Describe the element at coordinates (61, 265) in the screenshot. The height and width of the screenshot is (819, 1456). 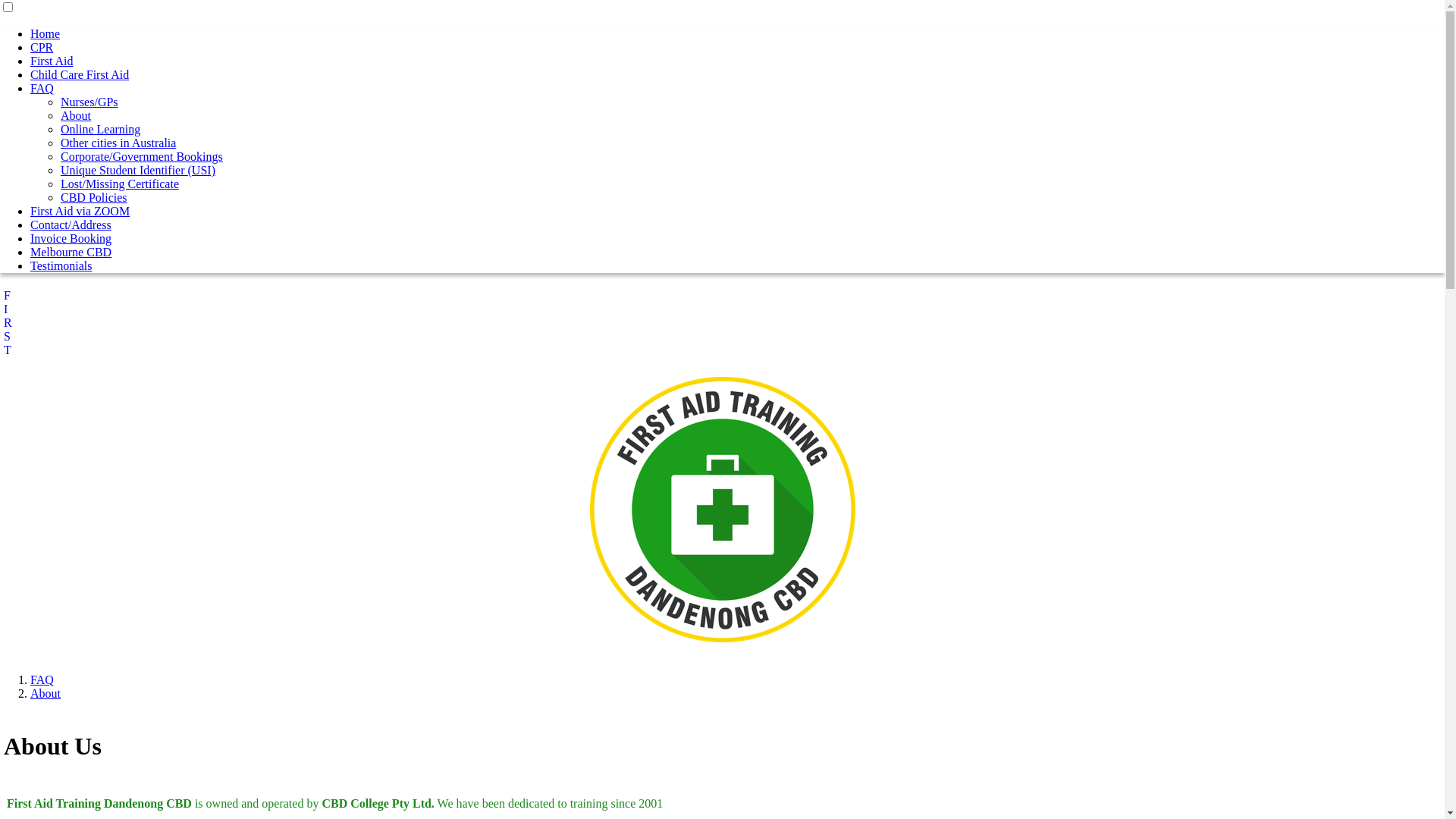
I see `'Testimonials'` at that location.